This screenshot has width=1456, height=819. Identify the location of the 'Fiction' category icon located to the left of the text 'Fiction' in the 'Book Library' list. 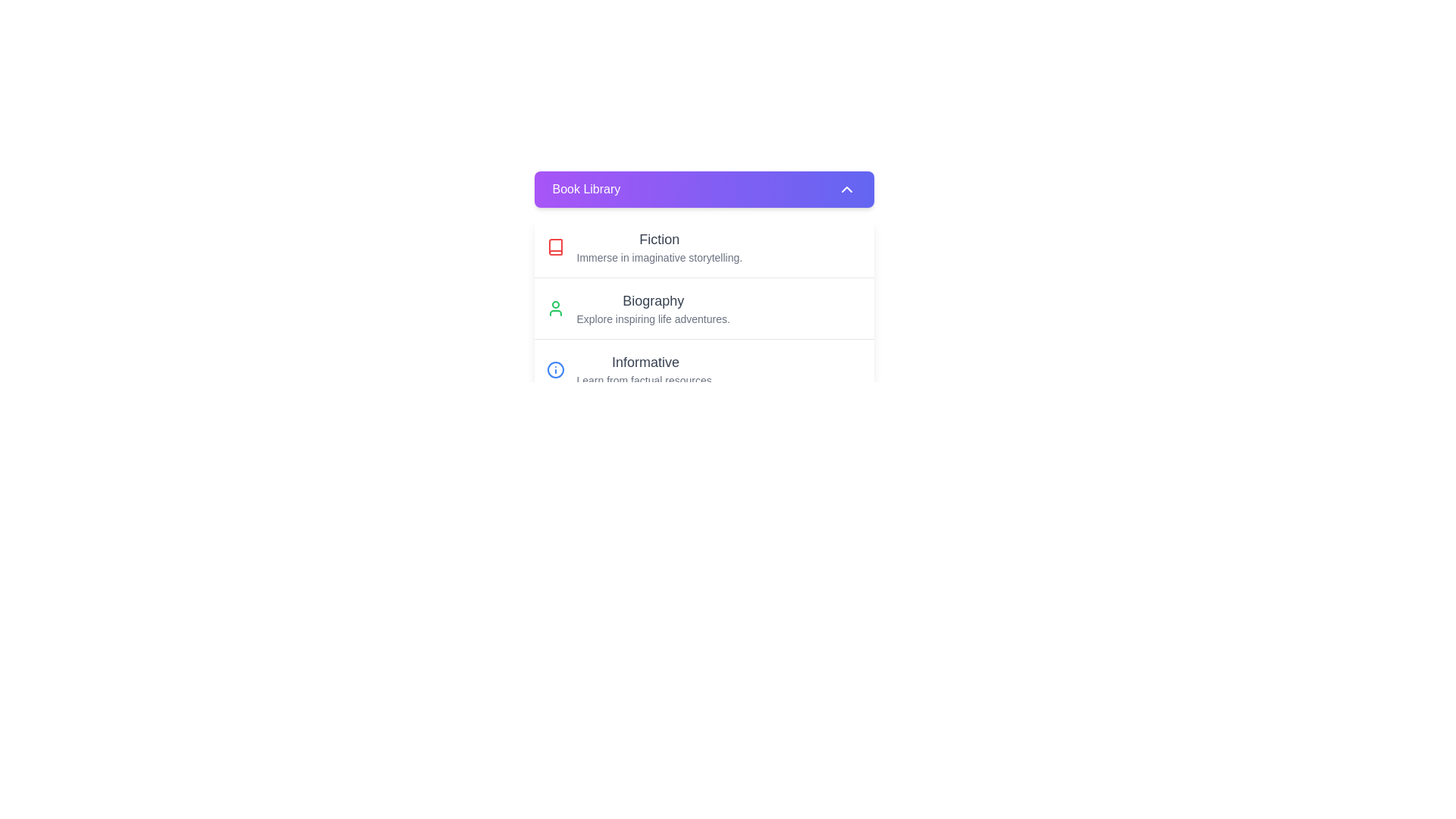
(554, 246).